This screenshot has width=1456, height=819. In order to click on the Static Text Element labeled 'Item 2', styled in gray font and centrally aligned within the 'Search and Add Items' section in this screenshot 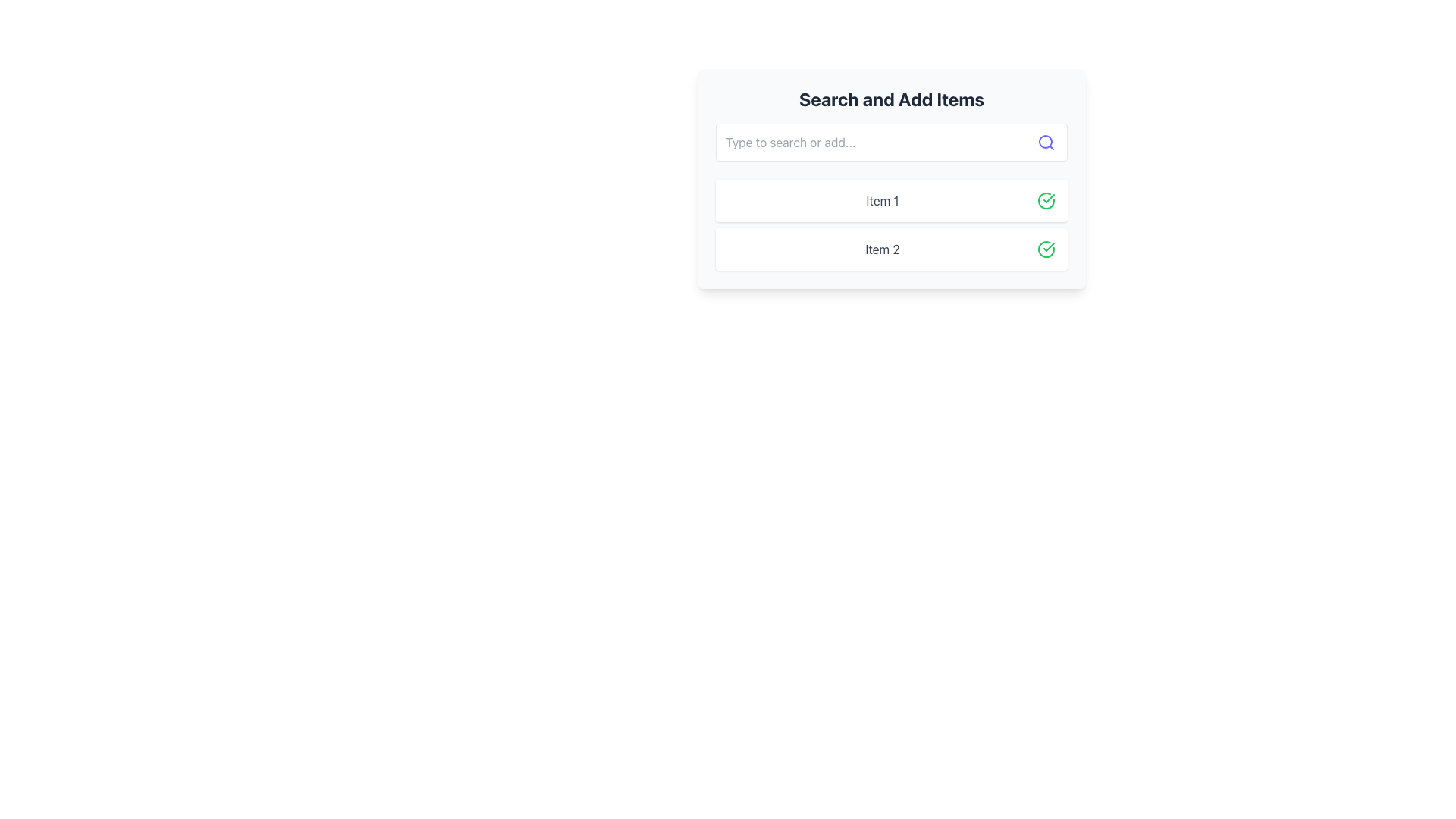, I will do `click(882, 248)`.